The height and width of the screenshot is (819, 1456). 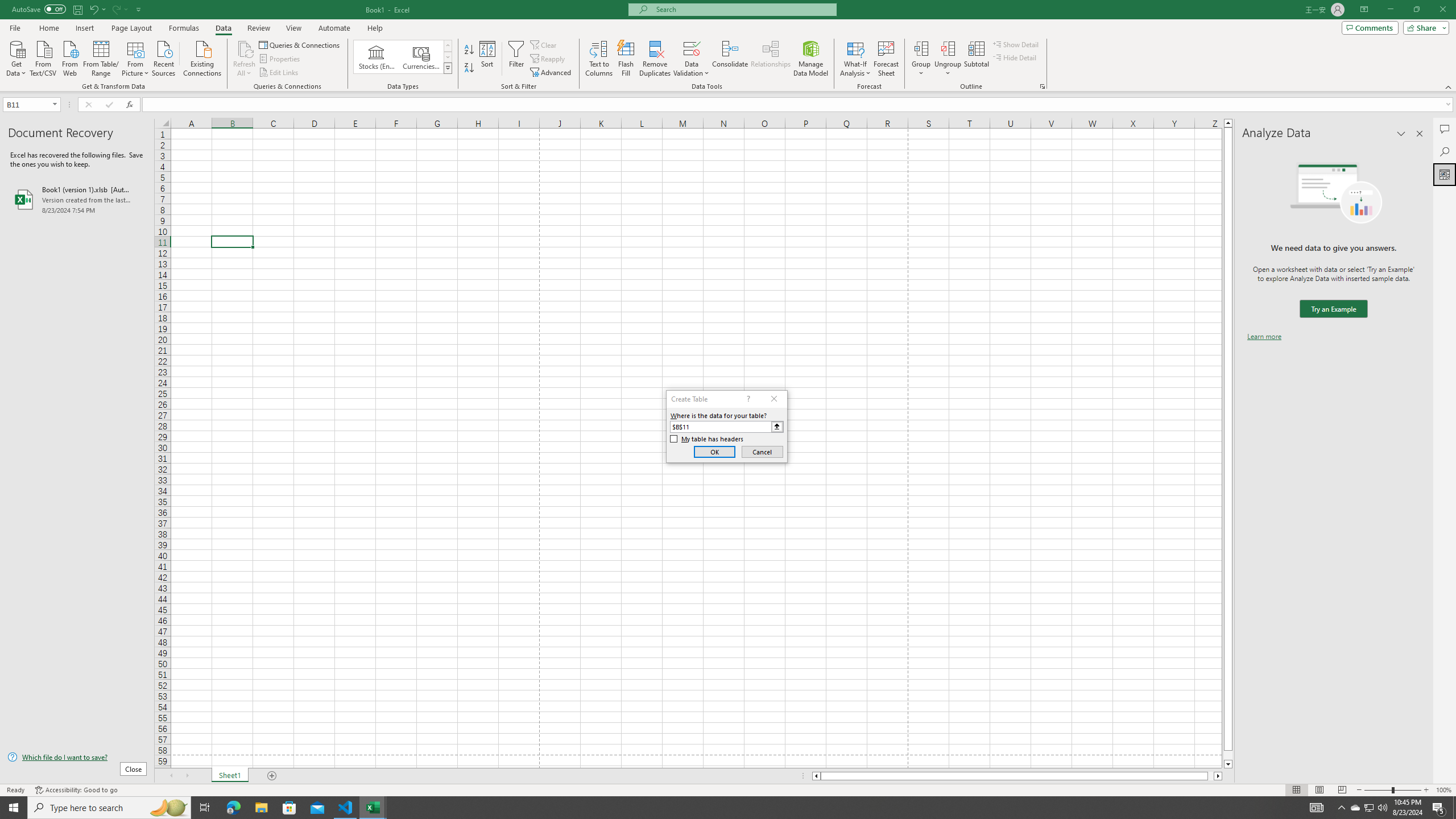 What do you see at coordinates (280, 59) in the screenshot?
I see `'Properties'` at bounding box center [280, 59].